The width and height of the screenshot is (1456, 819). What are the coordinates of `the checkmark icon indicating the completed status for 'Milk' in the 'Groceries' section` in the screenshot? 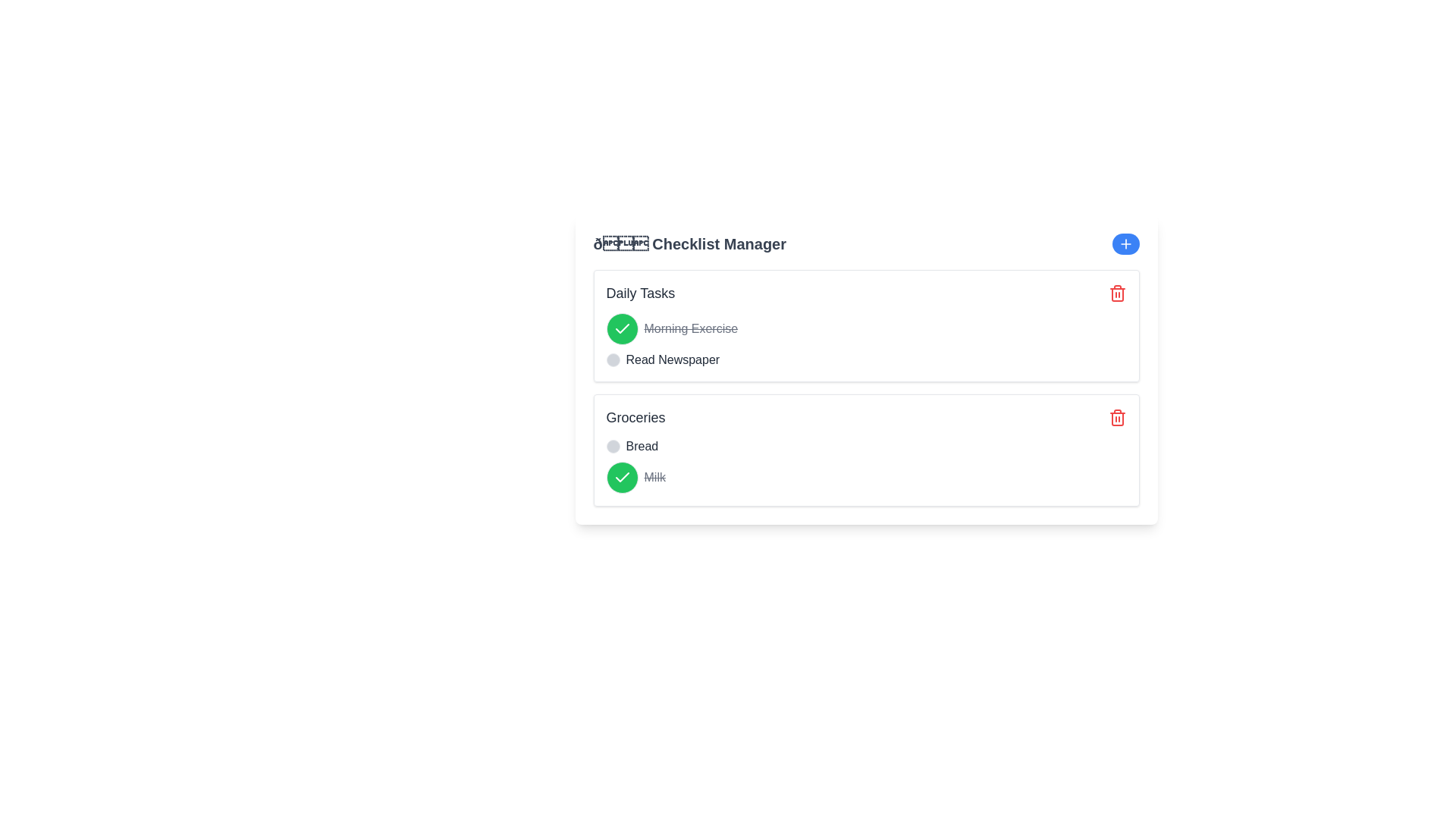 It's located at (622, 328).